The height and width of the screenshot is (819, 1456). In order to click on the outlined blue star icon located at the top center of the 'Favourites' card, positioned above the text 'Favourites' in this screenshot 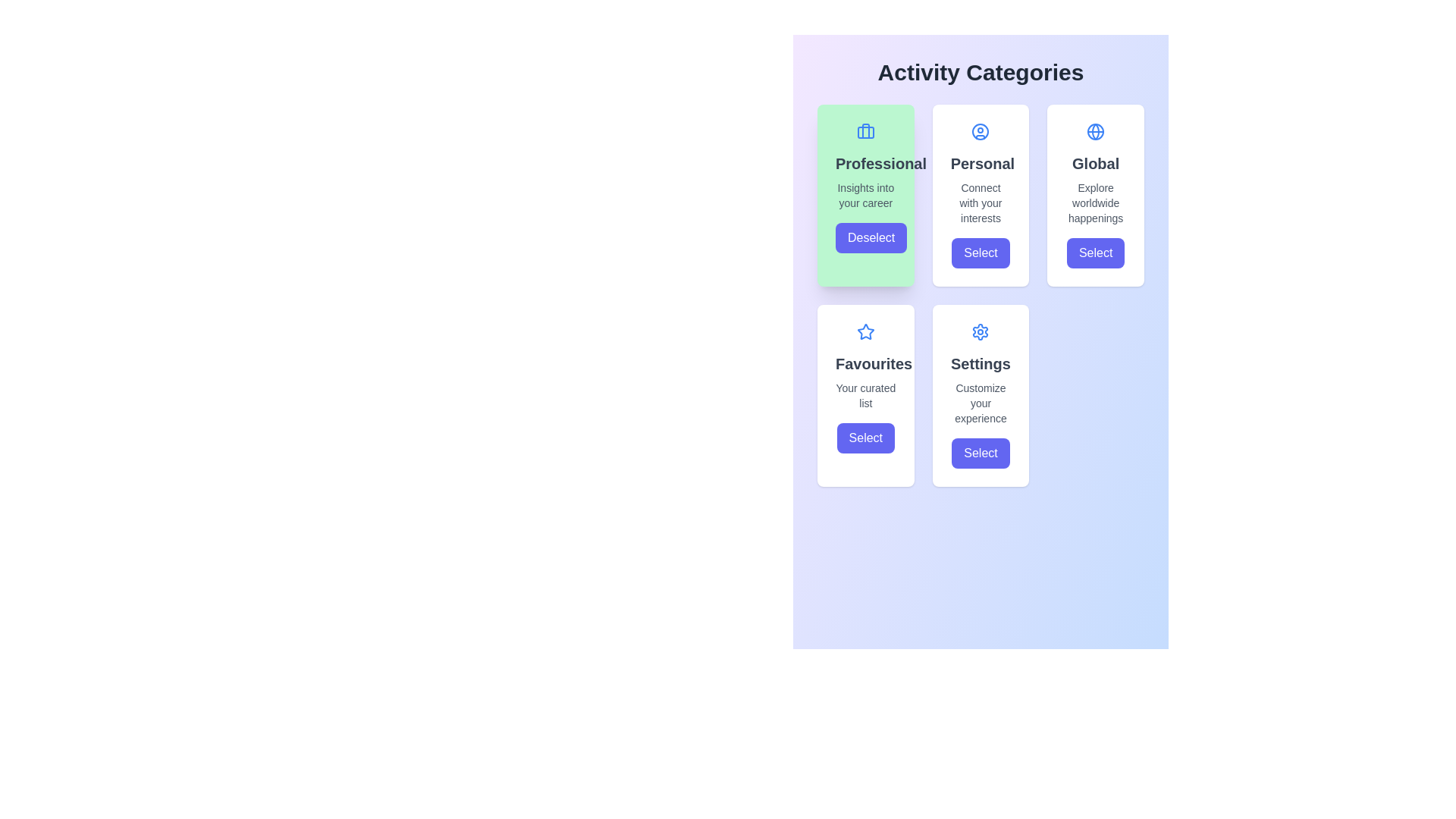, I will do `click(865, 331)`.